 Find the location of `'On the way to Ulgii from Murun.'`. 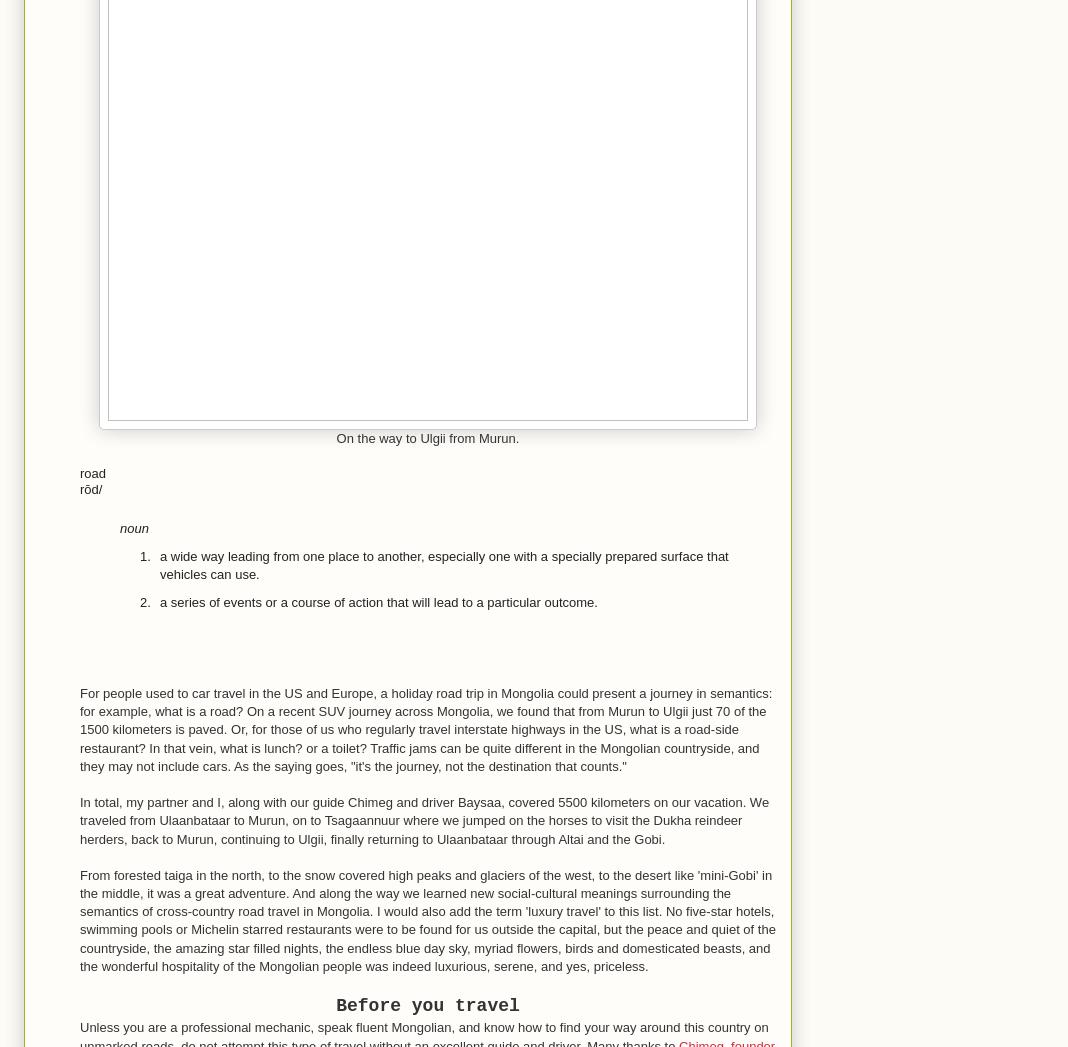

'On the way to Ulgii from Murun.' is located at coordinates (427, 437).